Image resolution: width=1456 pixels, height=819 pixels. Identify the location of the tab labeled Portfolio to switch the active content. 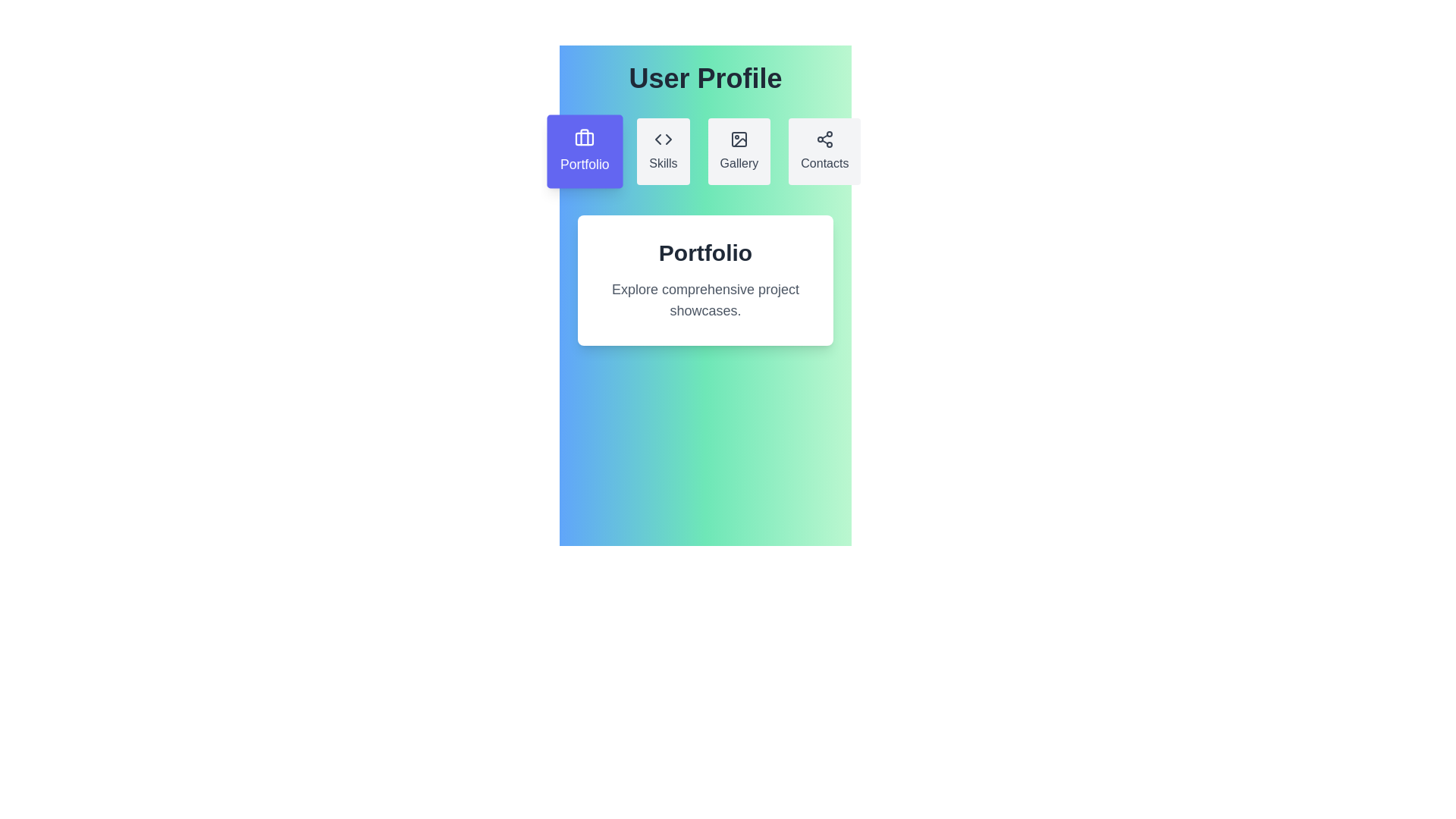
(583, 152).